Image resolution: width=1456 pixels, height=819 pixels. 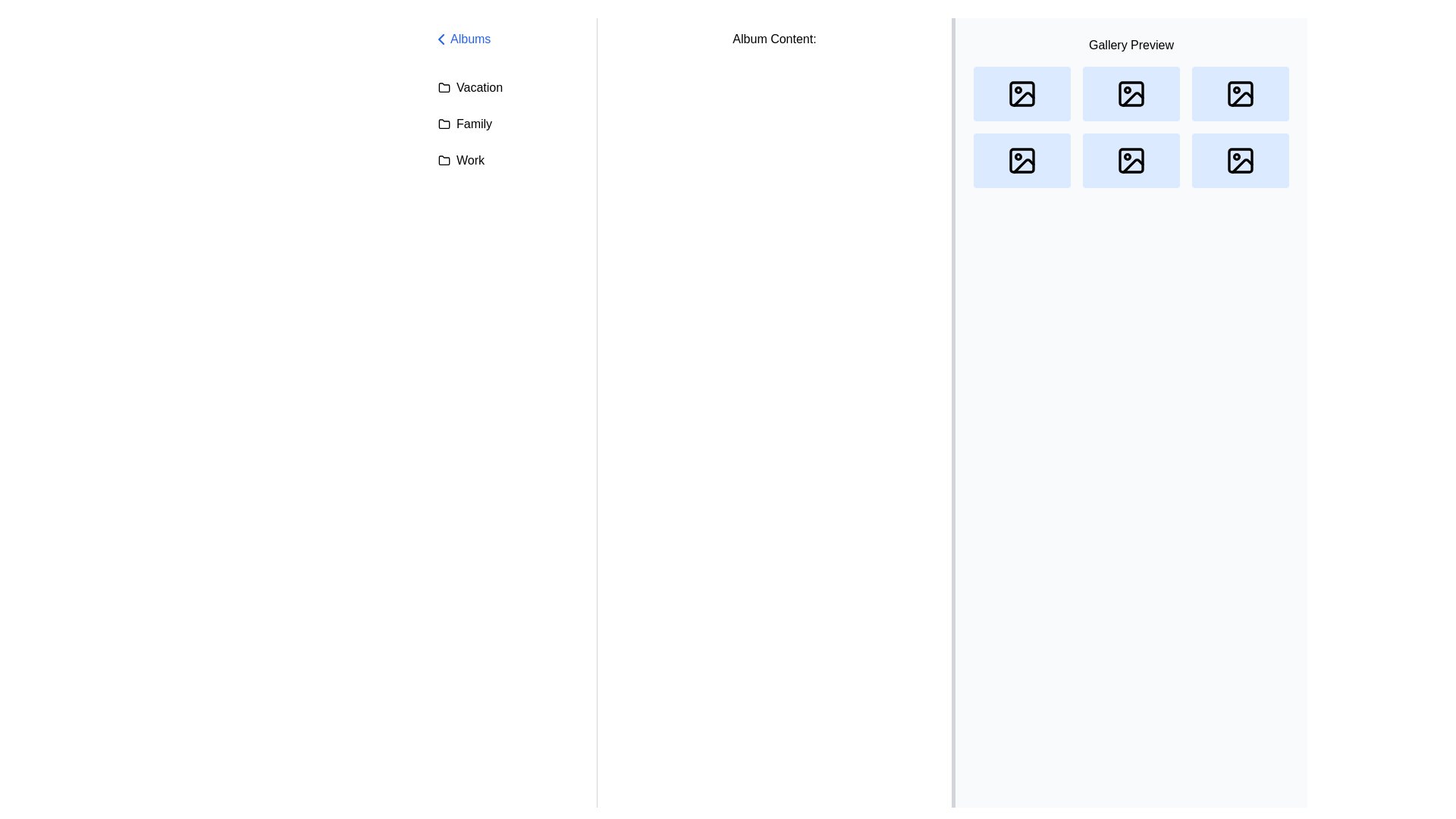 I want to click on the back navigation icon located at the leftmost edge of the 'Albums' label, so click(x=440, y=38).